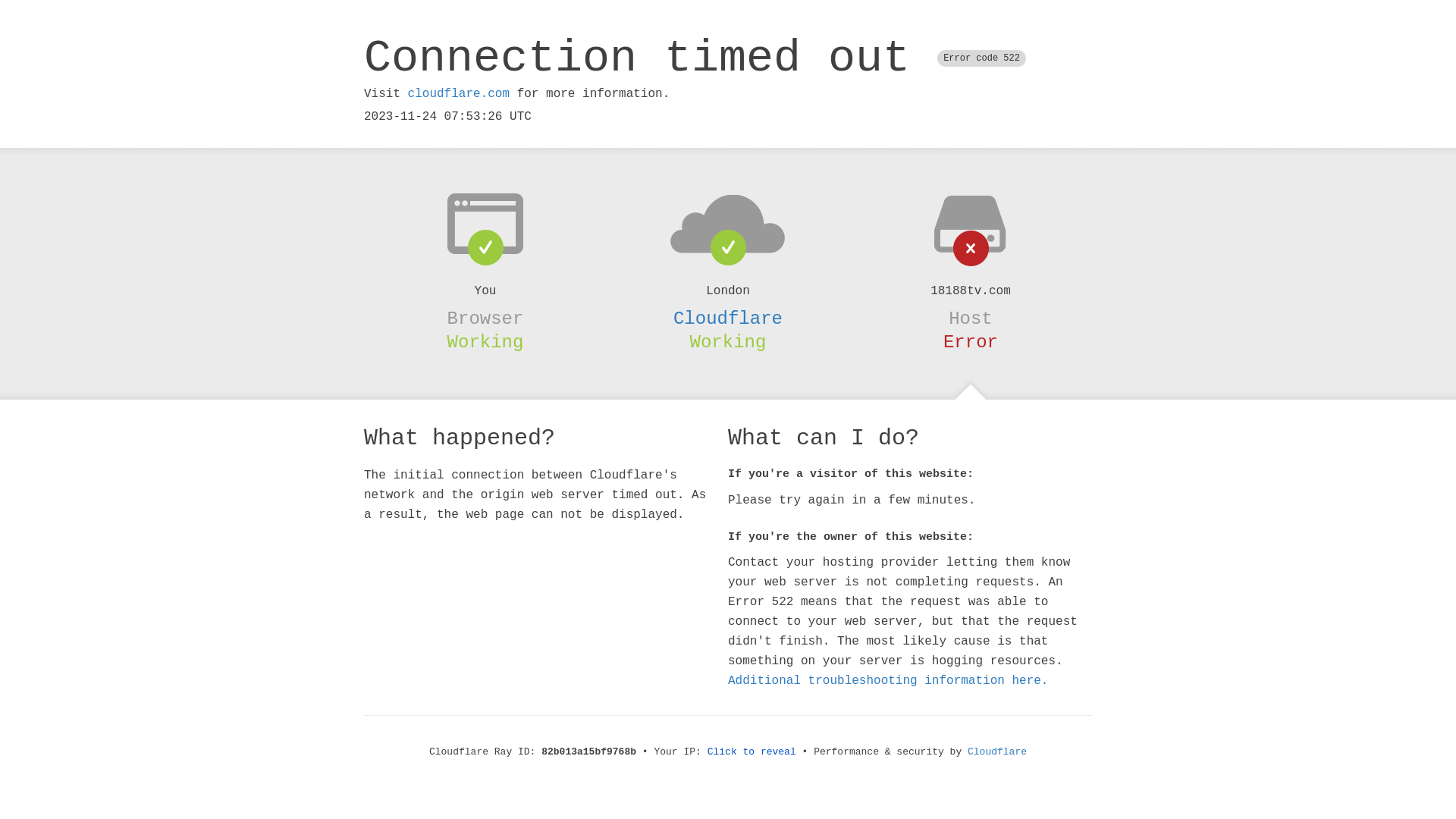 Image resolution: width=1456 pixels, height=819 pixels. I want to click on 'Cloudflare', so click(728, 318).